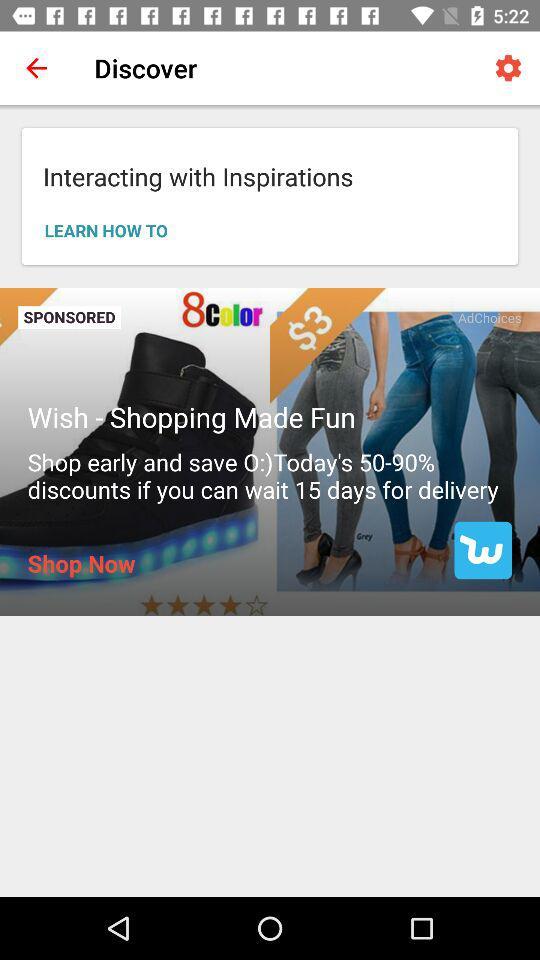 The image size is (540, 960). What do you see at coordinates (36, 68) in the screenshot?
I see `the icon to the left of discover` at bounding box center [36, 68].